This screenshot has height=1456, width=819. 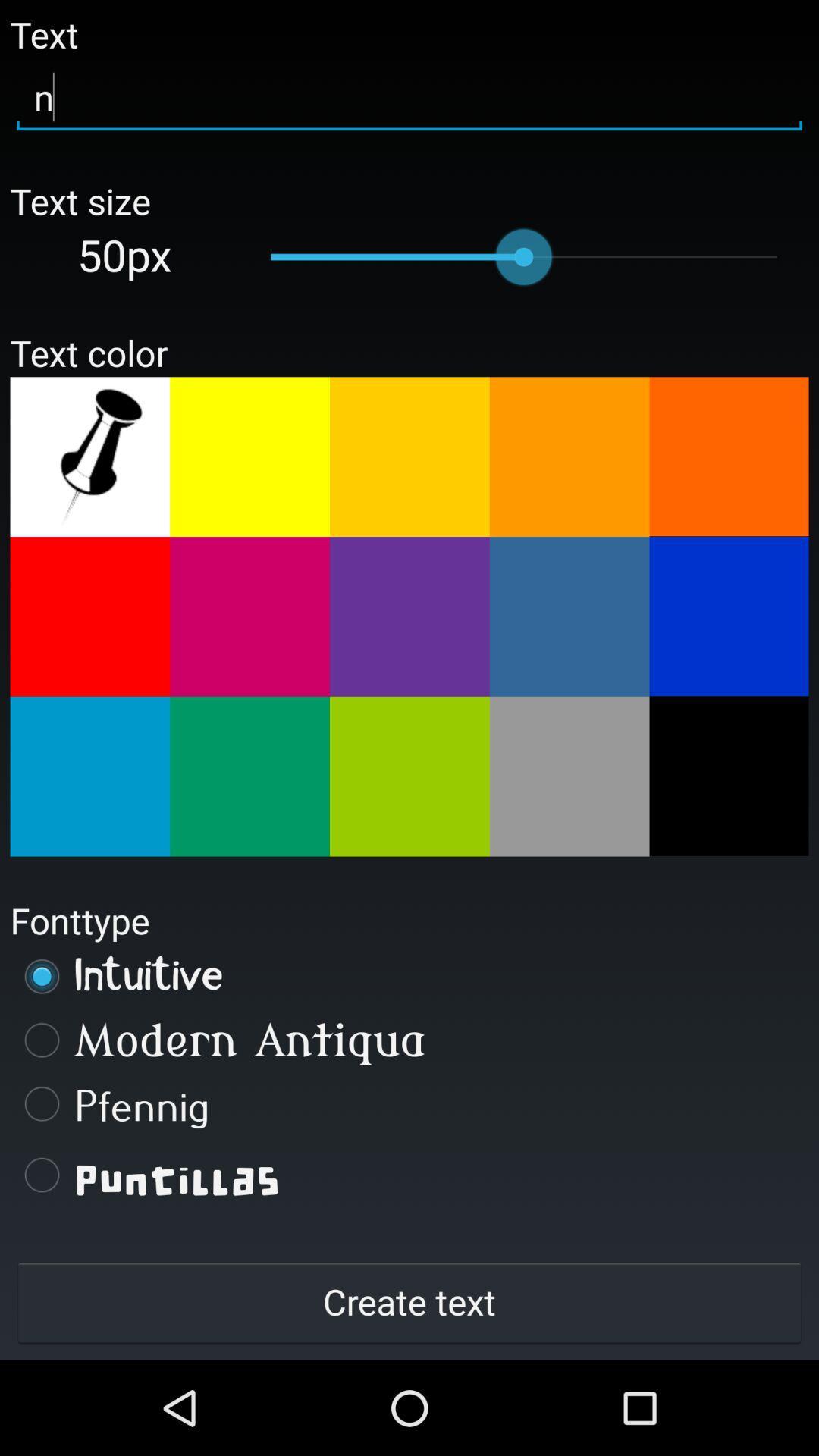 I want to click on change the color, so click(x=728, y=776).